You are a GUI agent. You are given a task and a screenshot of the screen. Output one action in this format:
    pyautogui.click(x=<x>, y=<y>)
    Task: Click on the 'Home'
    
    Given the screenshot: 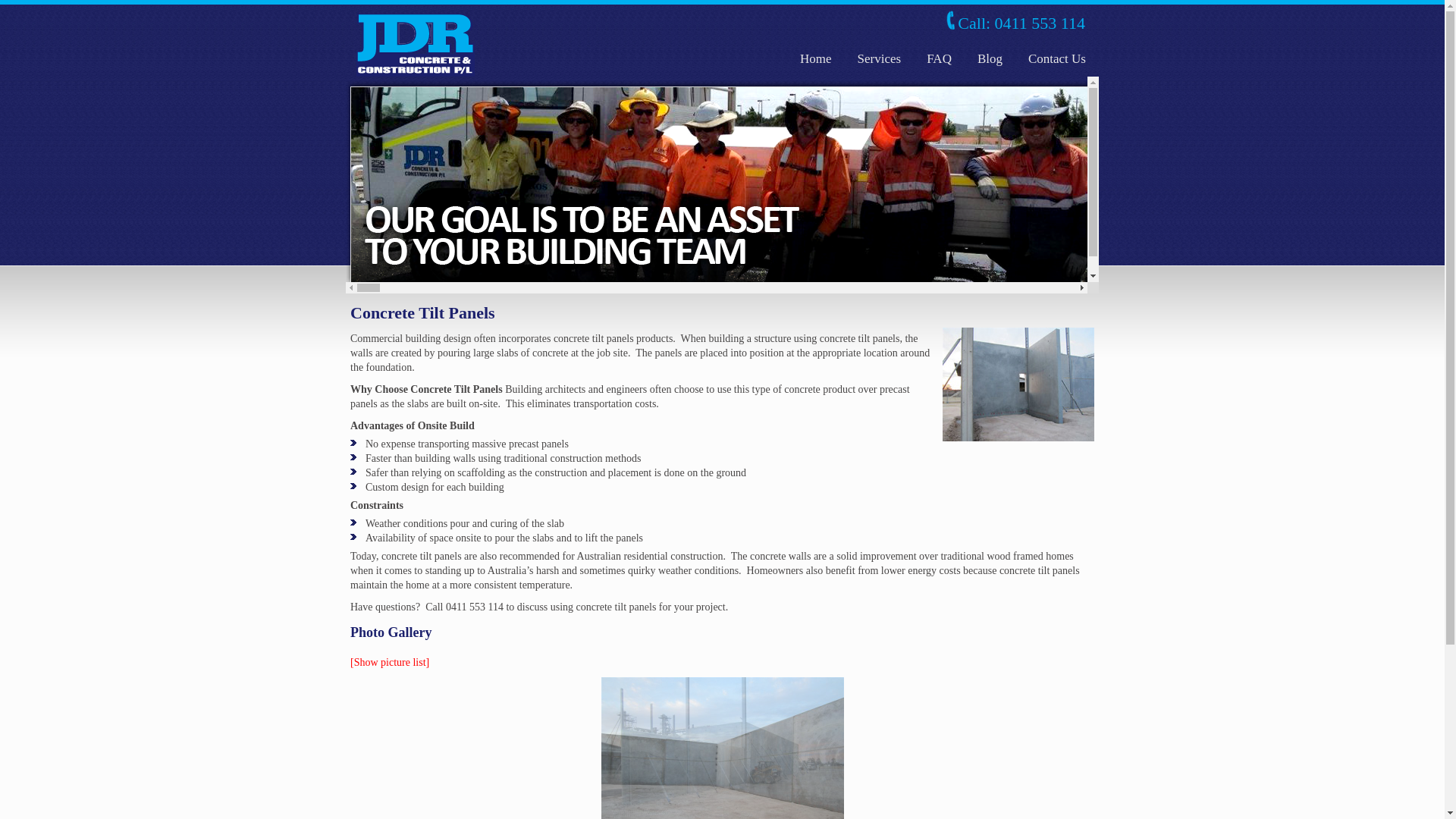 What is the action you would take?
    pyautogui.click(x=814, y=58)
    